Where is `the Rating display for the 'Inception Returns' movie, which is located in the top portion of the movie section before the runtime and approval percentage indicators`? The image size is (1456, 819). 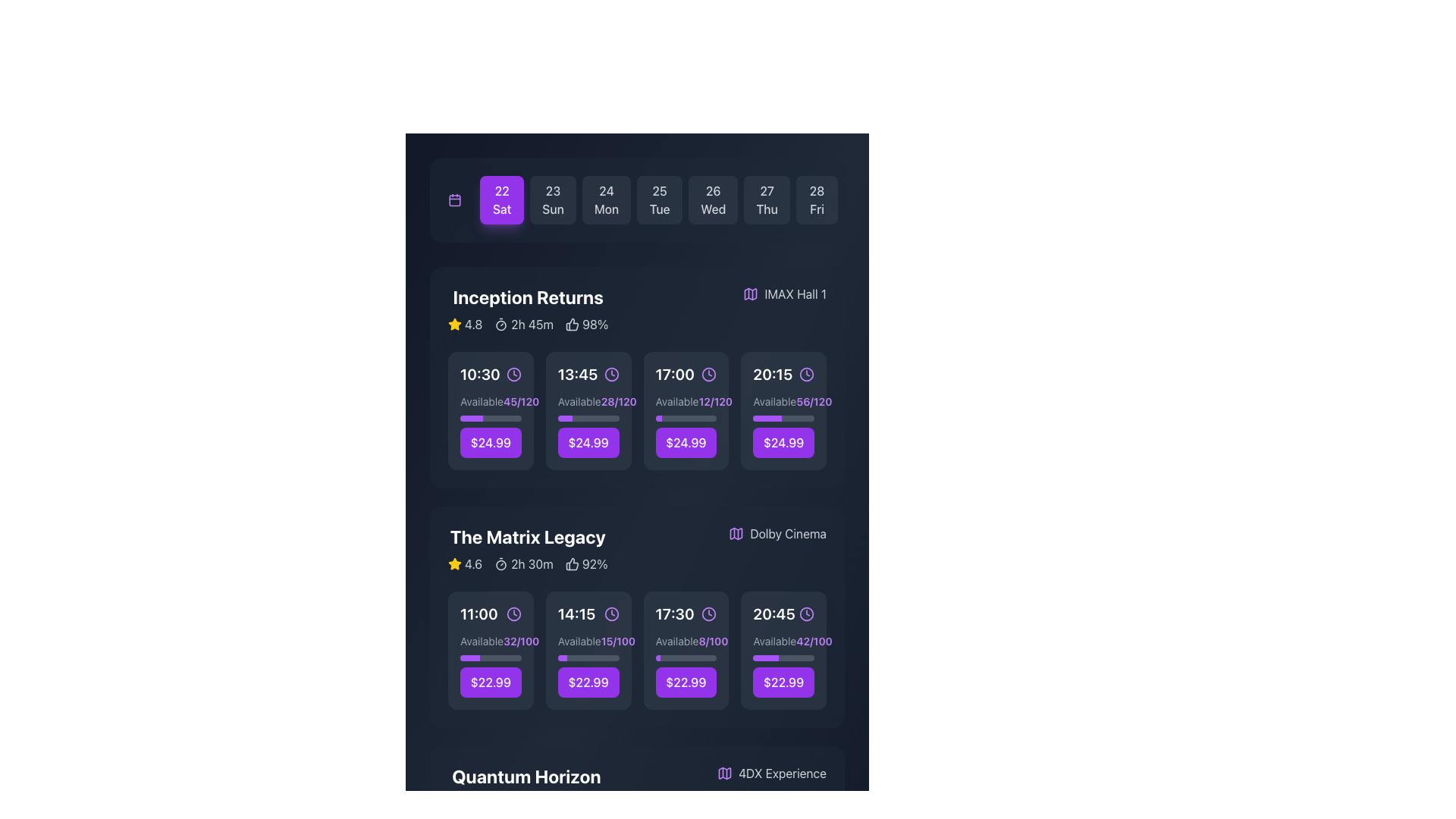
the Rating display for the 'Inception Returns' movie, which is located in the top portion of the movie section before the runtime and approval percentage indicators is located at coordinates (464, 324).